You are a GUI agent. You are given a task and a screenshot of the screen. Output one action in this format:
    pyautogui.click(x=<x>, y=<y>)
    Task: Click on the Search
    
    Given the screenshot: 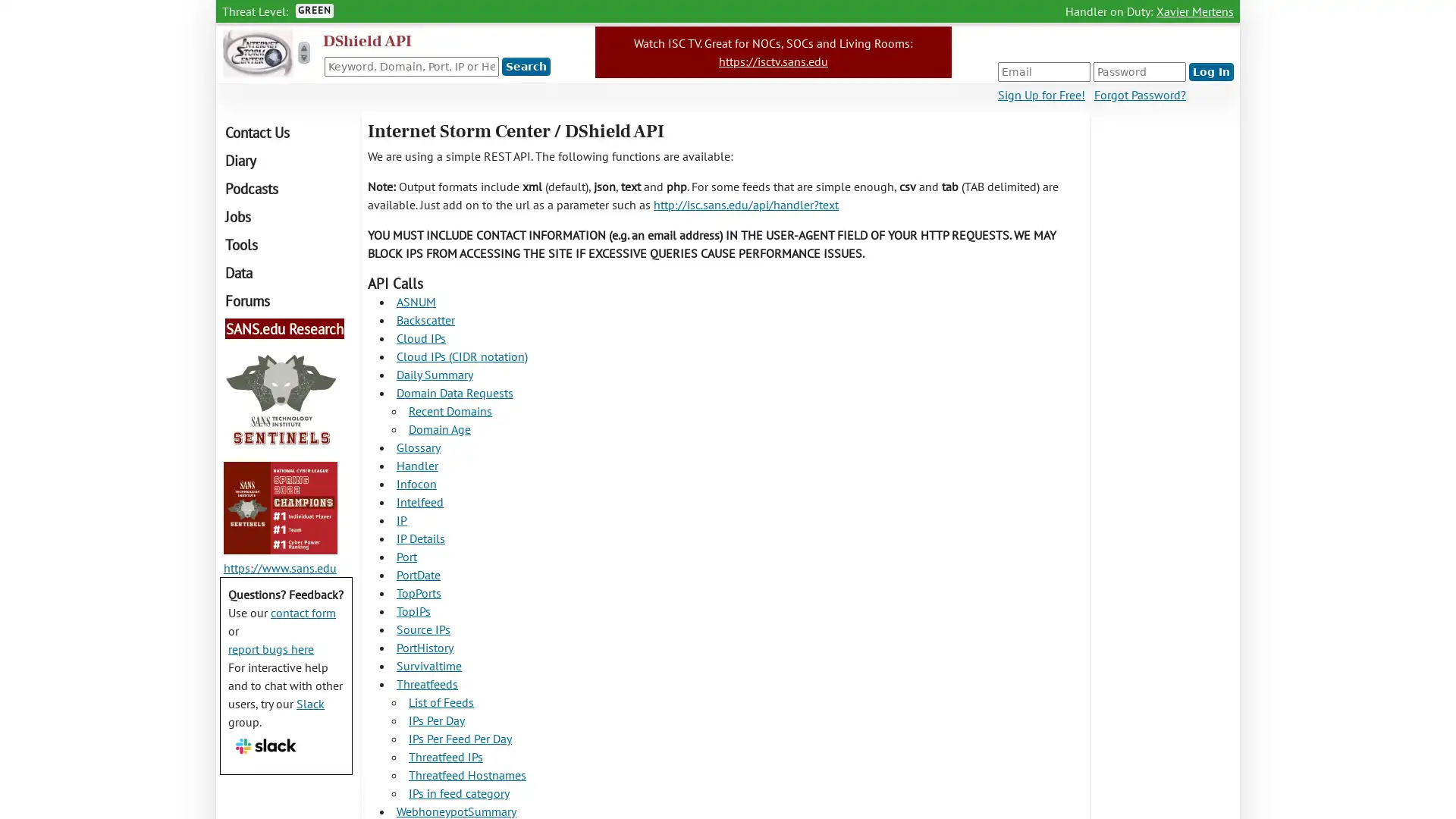 What is the action you would take?
    pyautogui.click(x=526, y=66)
    